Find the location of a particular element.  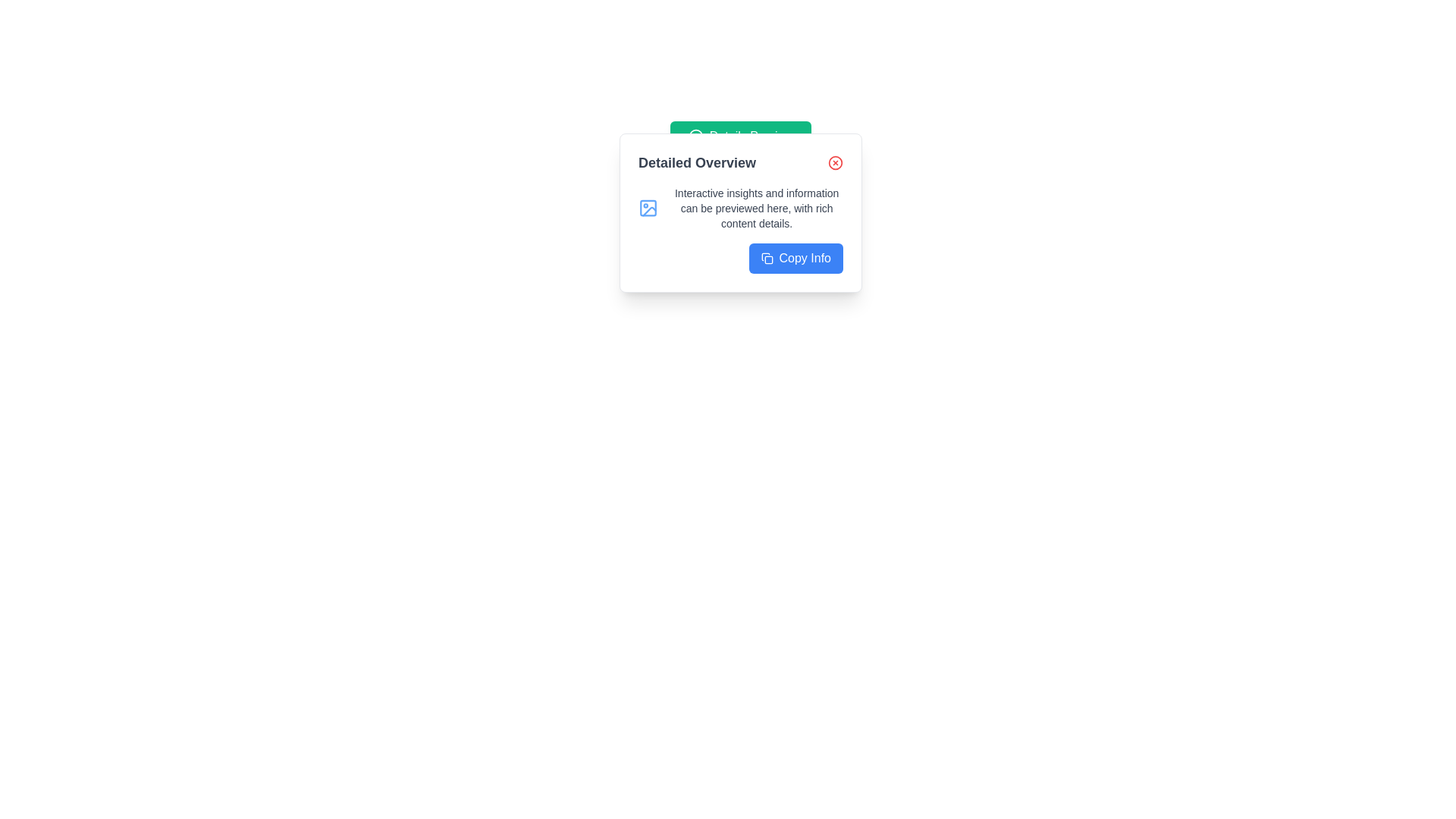

the blue image icon with rounded corners, located within the 'Detailed Overview' card, to the left of the text describing interactive insights is located at coordinates (648, 208).